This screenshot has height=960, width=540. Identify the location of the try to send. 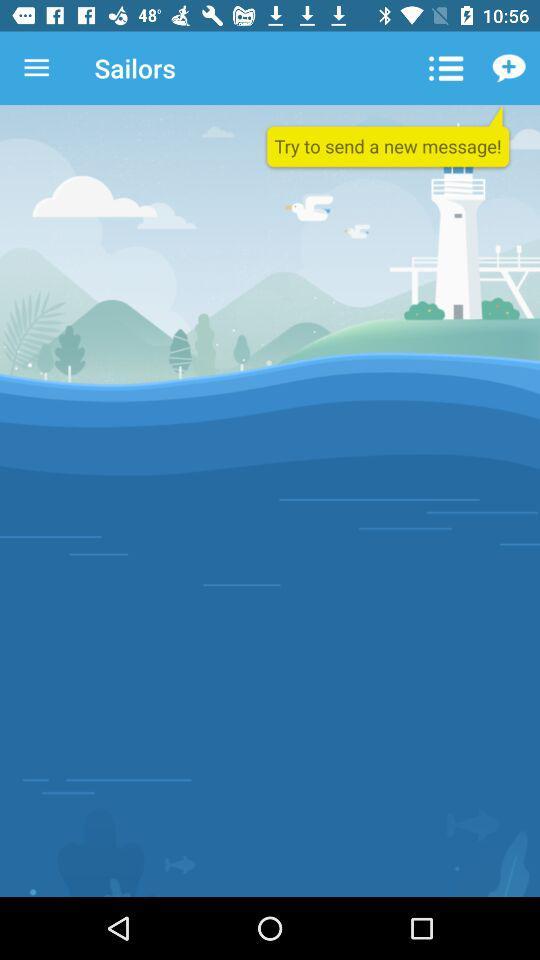
(388, 137).